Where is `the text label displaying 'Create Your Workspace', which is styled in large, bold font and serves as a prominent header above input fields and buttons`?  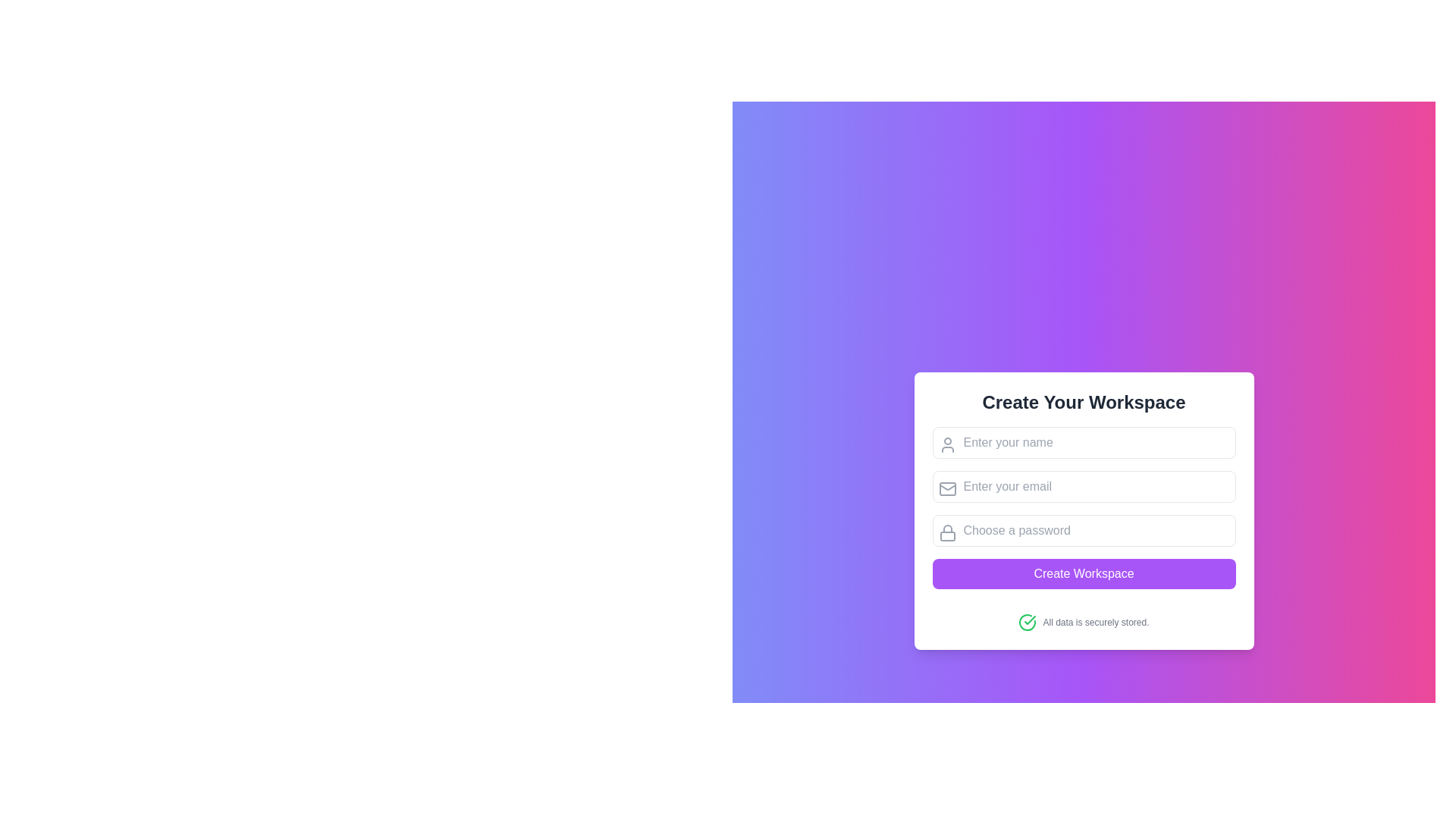 the text label displaying 'Create Your Workspace', which is styled in large, bold font and serves as a prominent header above input fields and buttons is located at coordinates (1083, 402).